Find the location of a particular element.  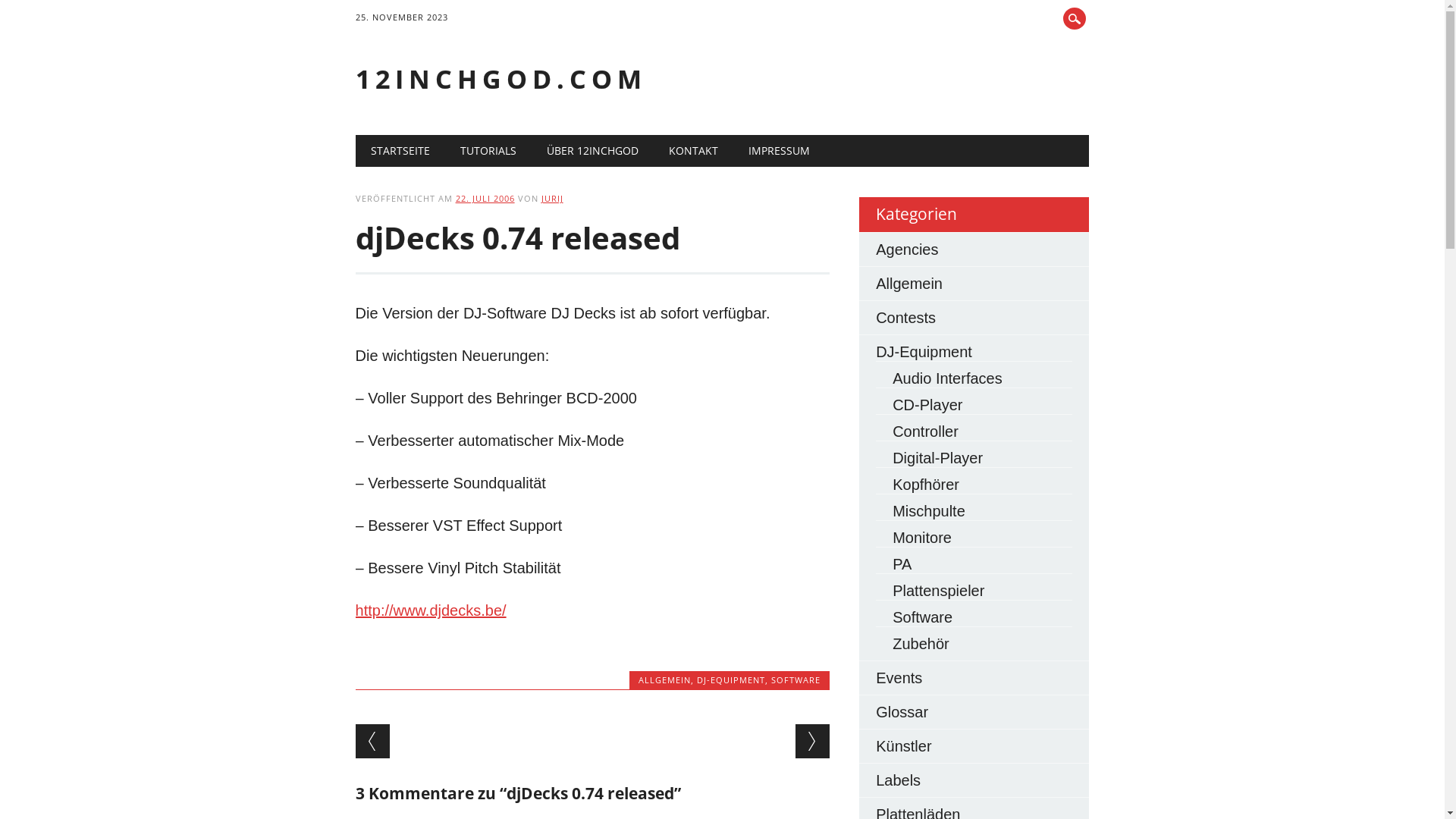

'Plattenspieler' is located at coordinates (937, 590).